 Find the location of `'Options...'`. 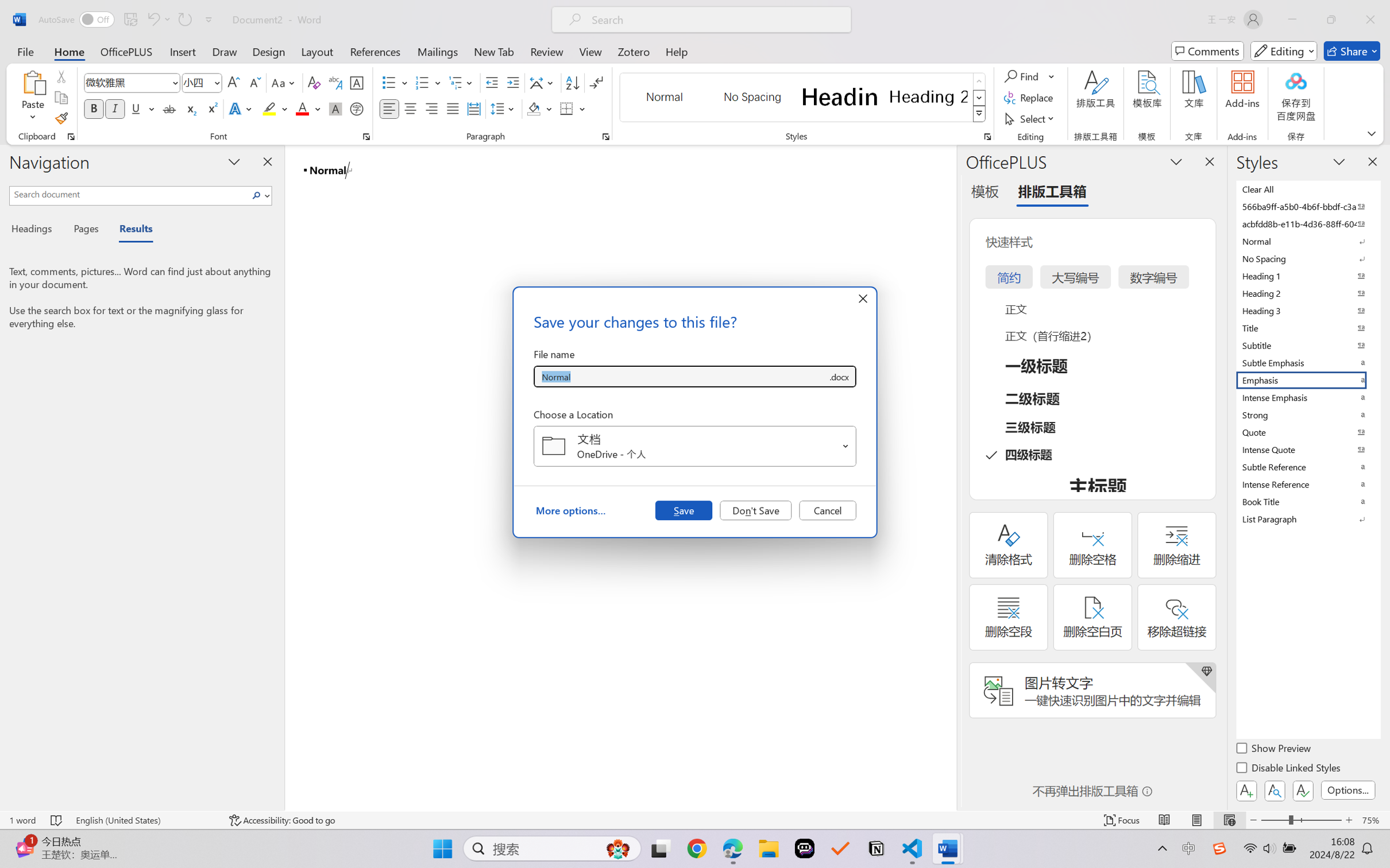

'Options...' is located at coordinates (1346, 789).